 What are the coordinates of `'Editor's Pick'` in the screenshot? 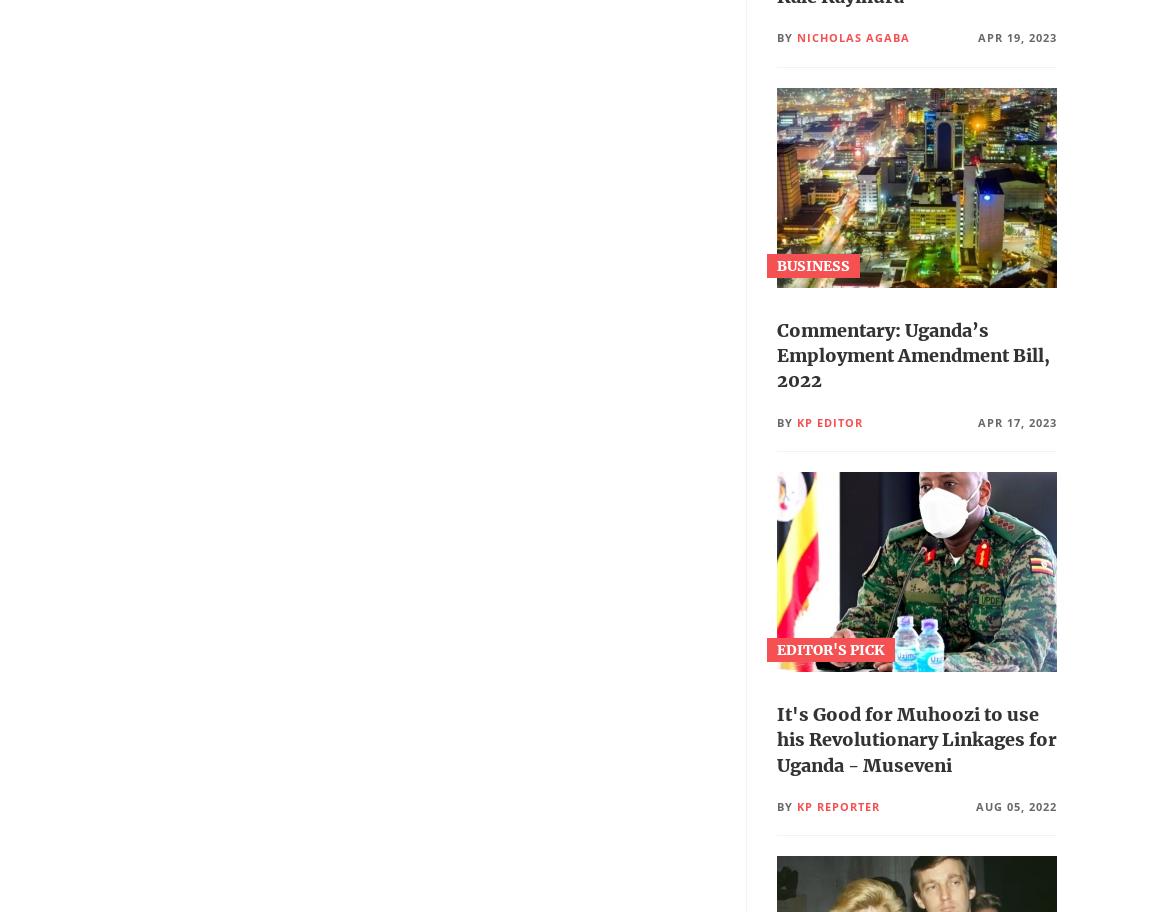 It's located at (828, 648).